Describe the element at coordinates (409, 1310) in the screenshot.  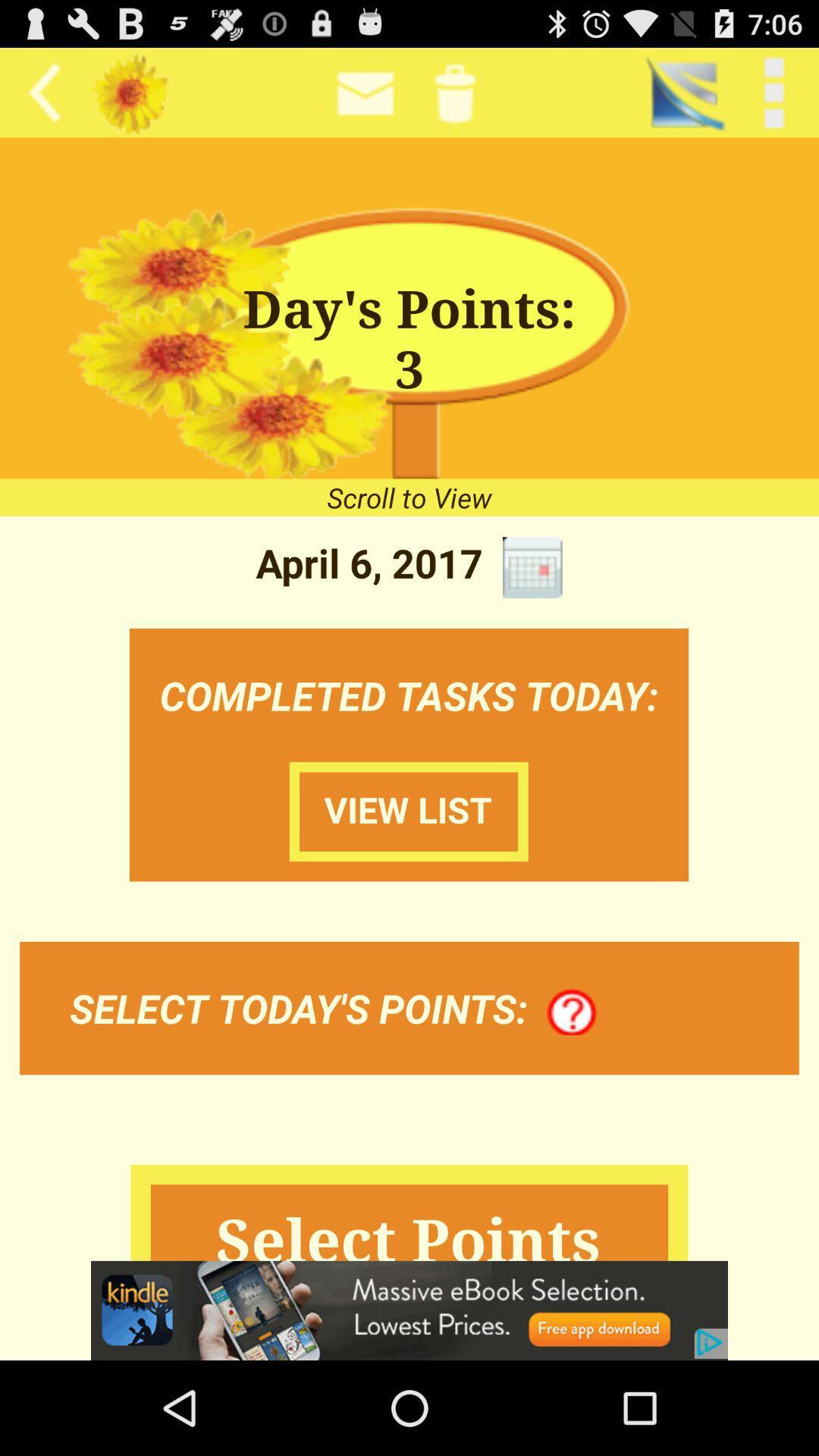
I see `advertisement` at that location.